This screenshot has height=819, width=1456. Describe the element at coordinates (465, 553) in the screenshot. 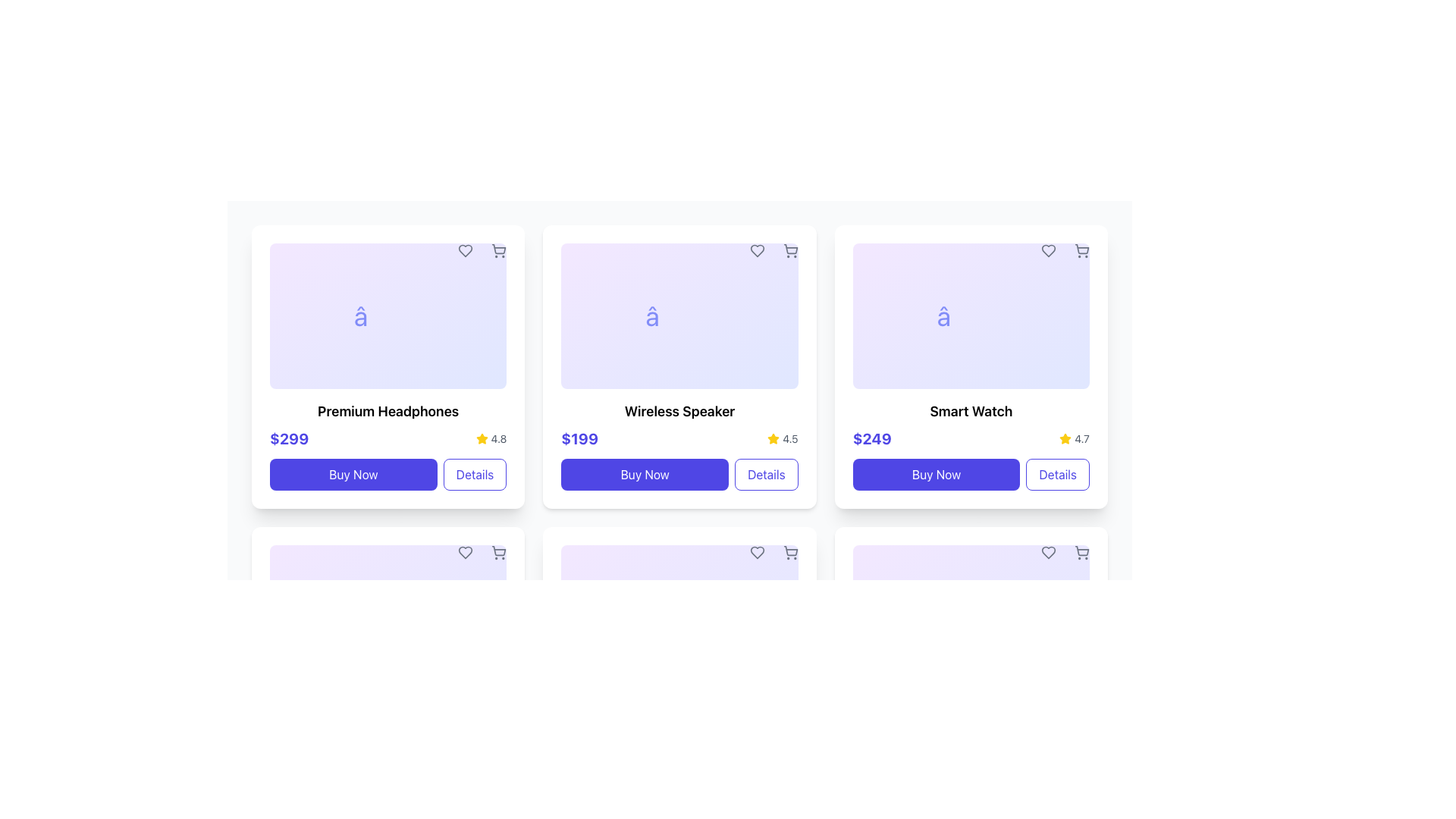

I see `the heart-shaped icon button located in the top-right corner of the bottom-left product card for 'Premium Headphones', which changes from gray to red on hover` at that location.